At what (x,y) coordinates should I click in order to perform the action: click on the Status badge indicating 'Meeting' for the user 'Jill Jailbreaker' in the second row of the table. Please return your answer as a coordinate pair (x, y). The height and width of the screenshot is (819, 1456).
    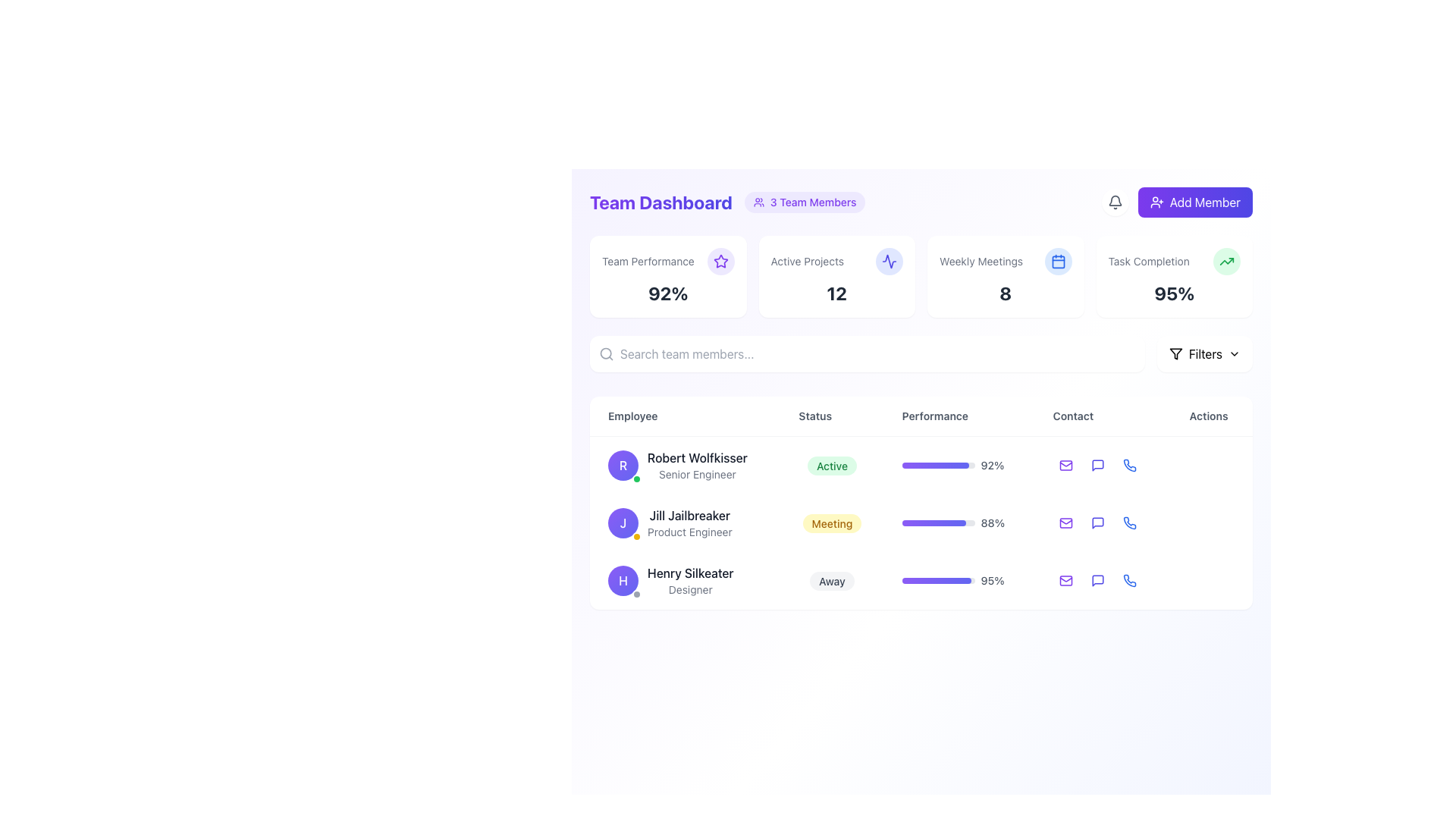
    Looking at the image, I should click on (831, 522).